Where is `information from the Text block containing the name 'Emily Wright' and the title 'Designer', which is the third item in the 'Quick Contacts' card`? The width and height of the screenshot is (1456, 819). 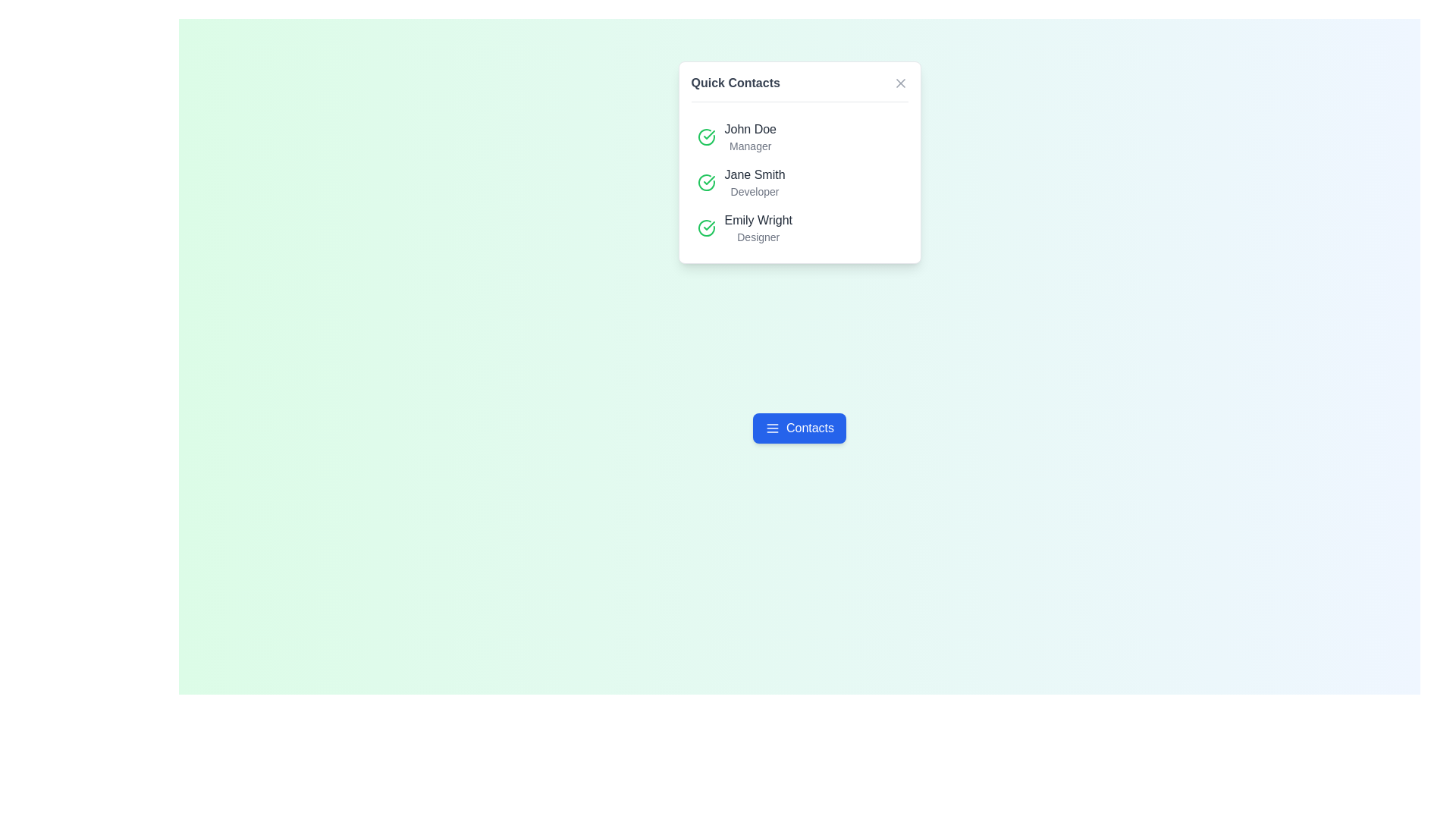
information from the Text block containing the name 'Emily Wright' and the title 'Designer', which is the third item in the 'Quick Contacts' card is located at coordinates (758, 227).